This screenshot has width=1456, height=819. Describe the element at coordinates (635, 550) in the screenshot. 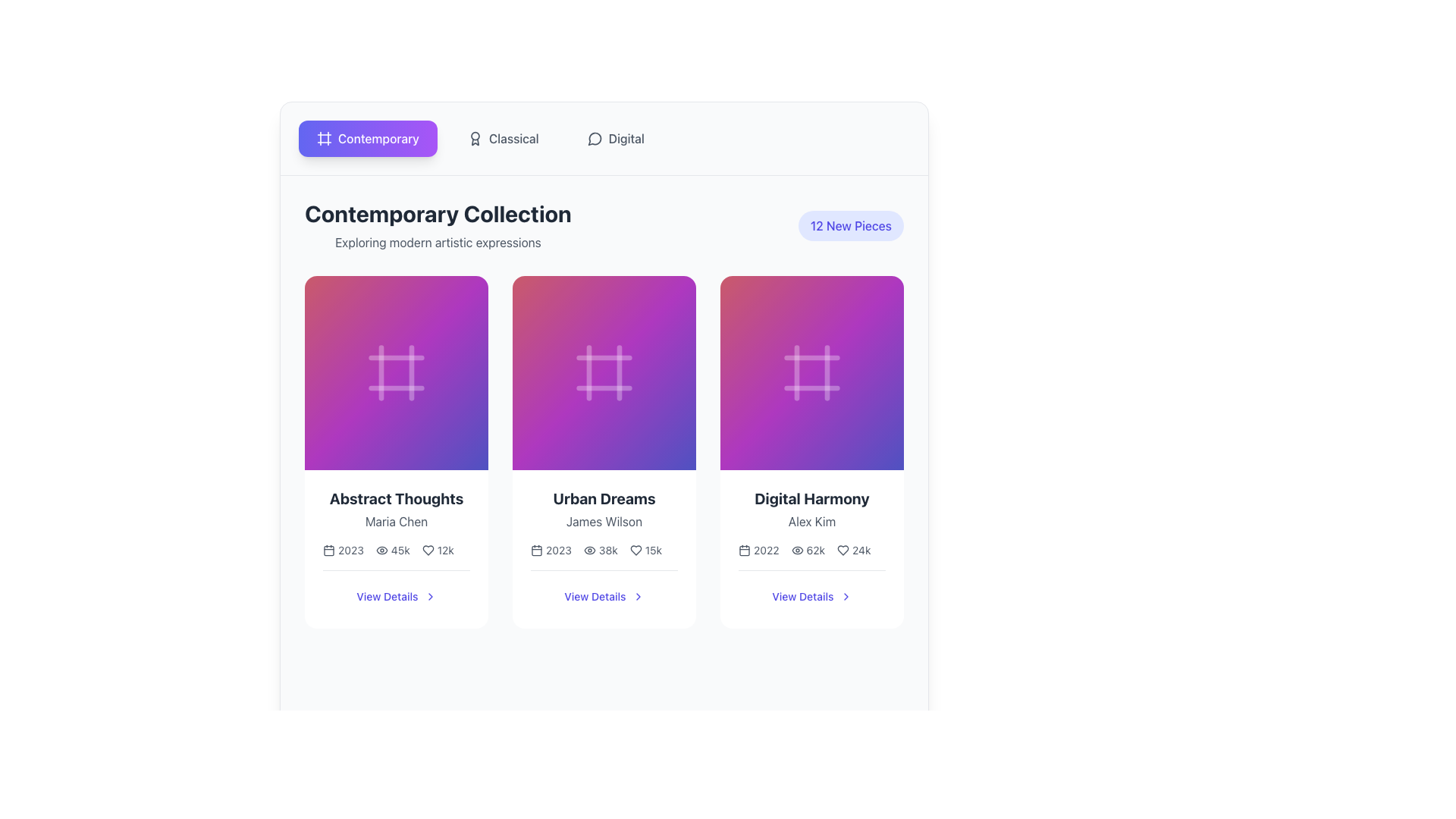

I see `the heart-like icon used for liking or favoriting within the 'Urban Dreams' card by James Wilson` at that location.